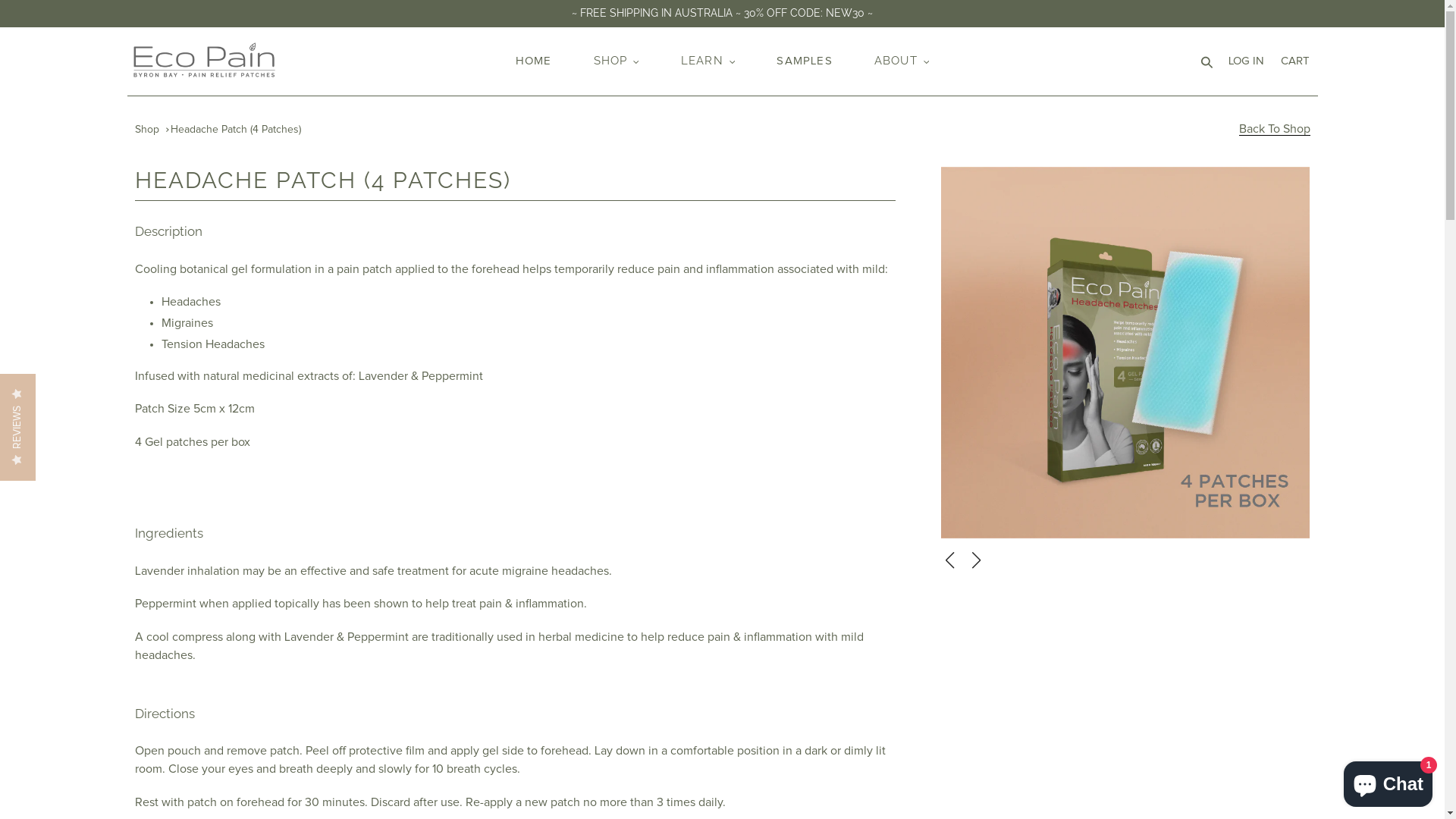 The height and width of the screenshot is (819, 1456). Describe the element at coordinates (902, 61) in the screenshot. I see `'ABOUT'` at that location.